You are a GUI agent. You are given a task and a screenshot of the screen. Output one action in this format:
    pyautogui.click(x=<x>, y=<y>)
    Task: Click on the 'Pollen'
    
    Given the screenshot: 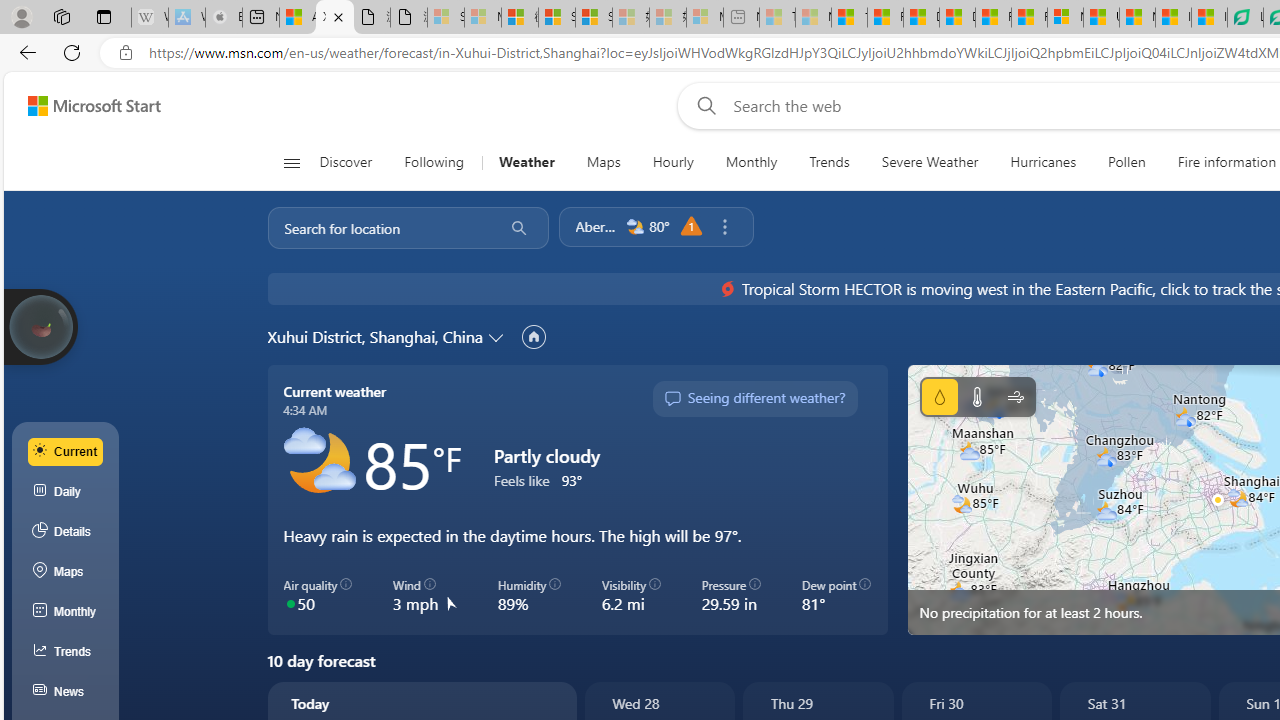 What is the action you would take?
    pyautogui.click(x=1127, y=162)
    